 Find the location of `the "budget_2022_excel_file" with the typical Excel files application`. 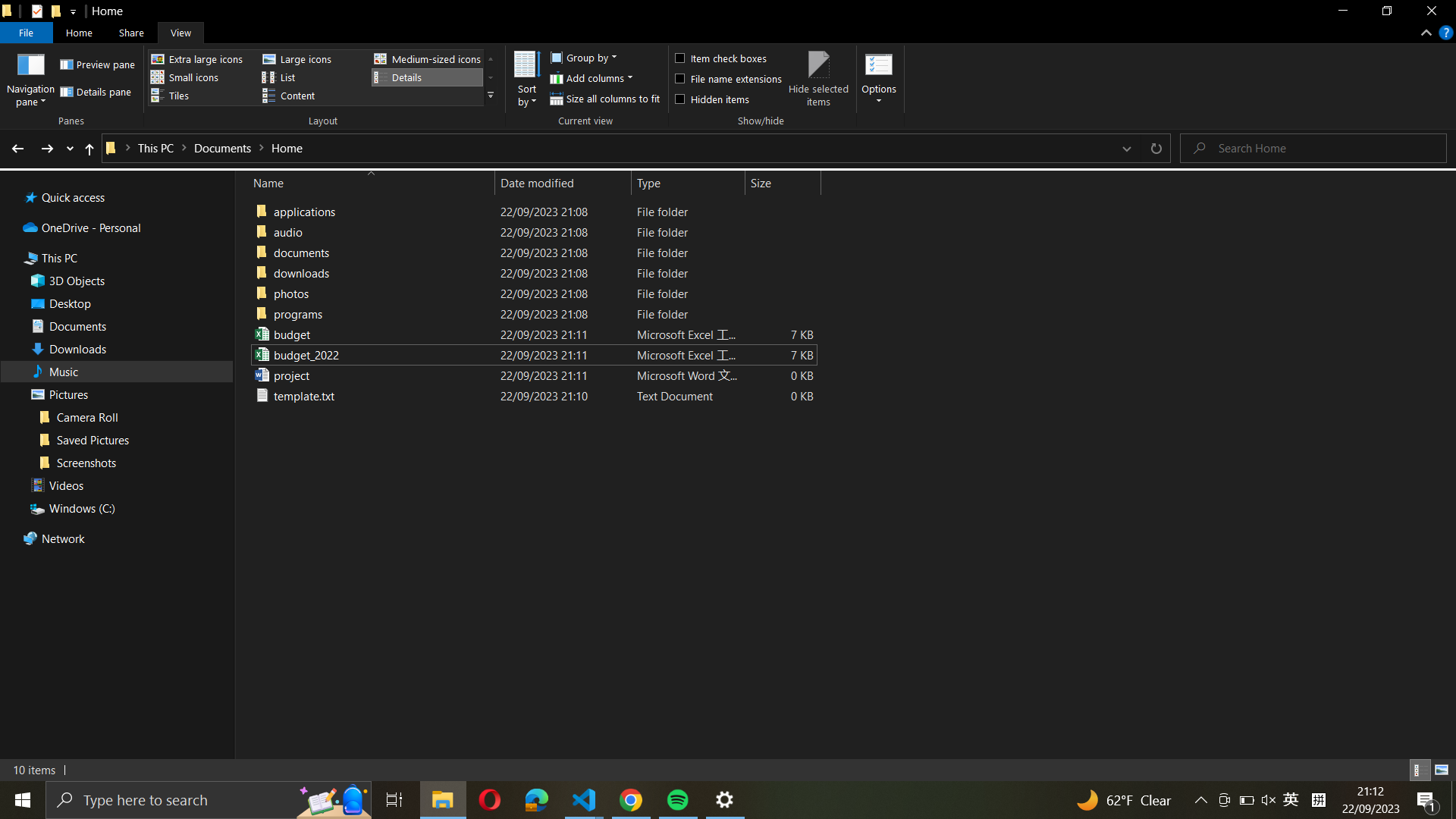

the "budget_2022_excel_file" with the typical Excel files application is located at coordinates (531, 354).